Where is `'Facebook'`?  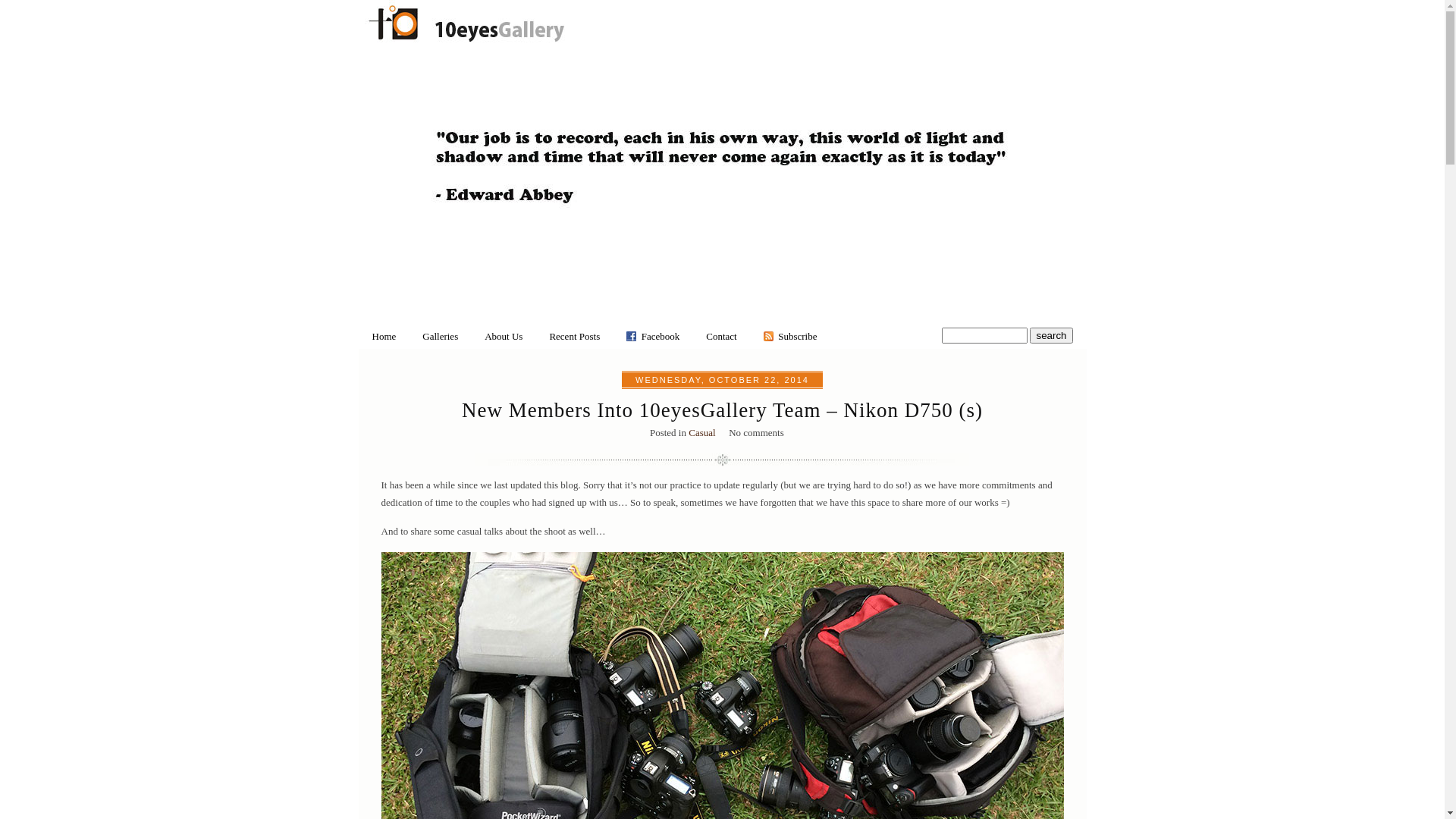
'Facebook' is located at coordinates (661, 335).